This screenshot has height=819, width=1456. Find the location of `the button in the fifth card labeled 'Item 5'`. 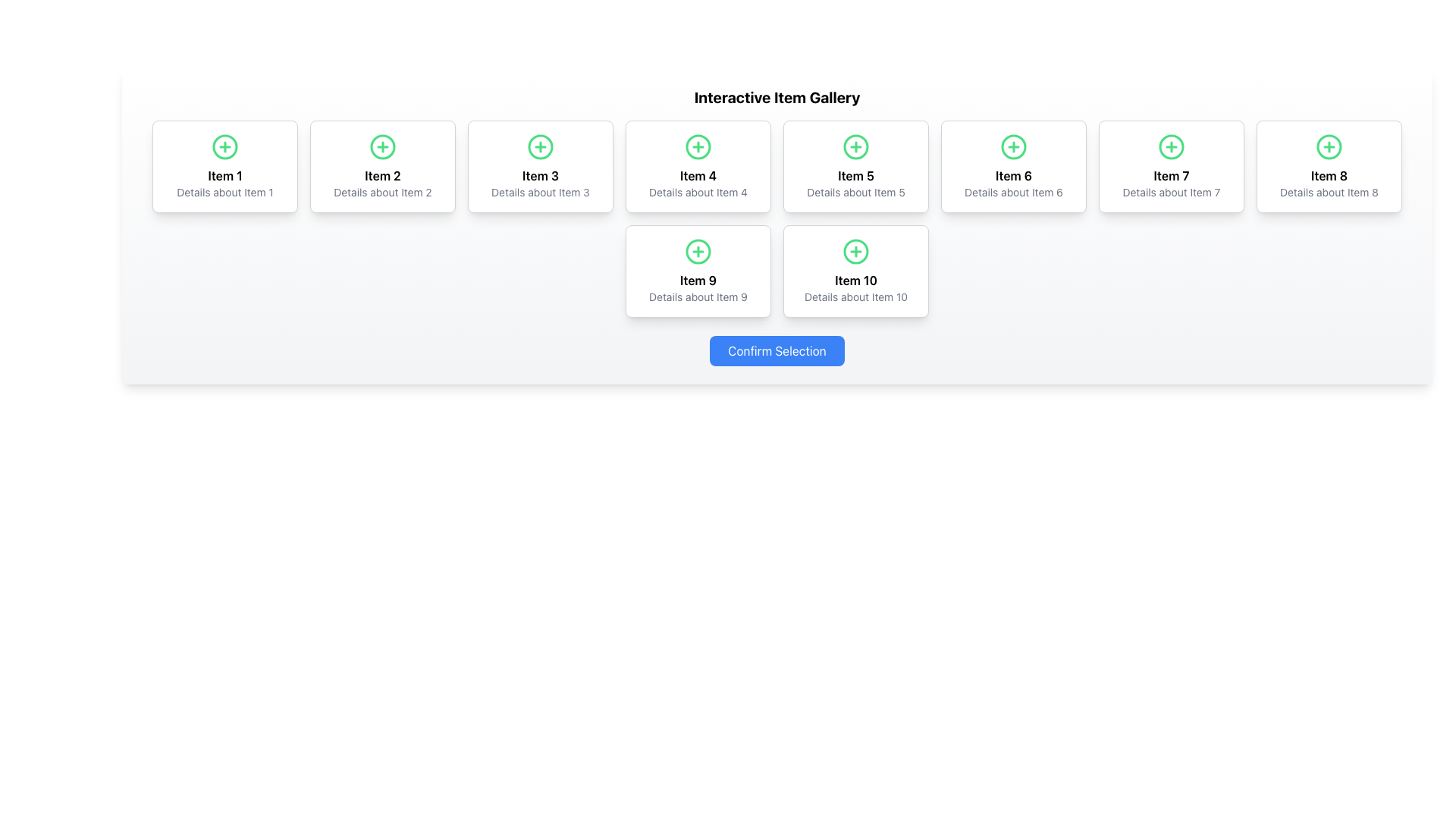

the button in the fifth card labeled 'Item 5' is located at coordinates (855, 146).